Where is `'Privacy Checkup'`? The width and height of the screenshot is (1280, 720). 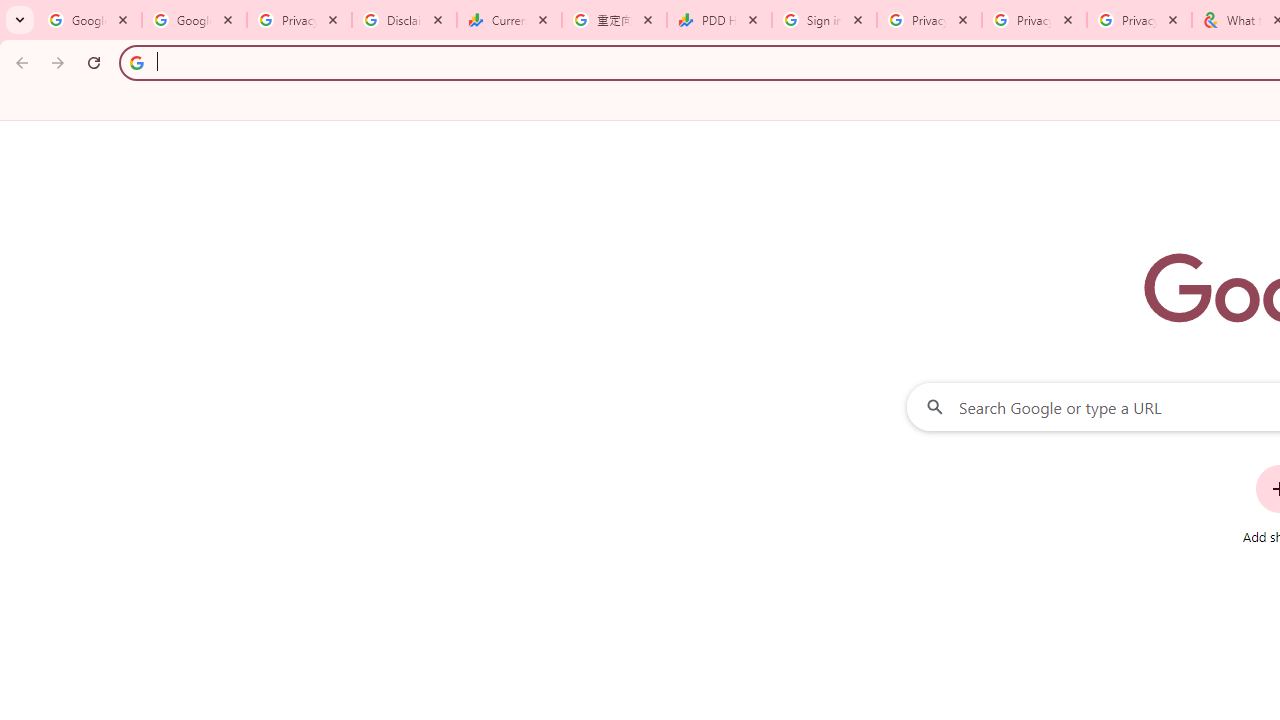
'Privacy Checkup' is located at coordinates (1034, 20).